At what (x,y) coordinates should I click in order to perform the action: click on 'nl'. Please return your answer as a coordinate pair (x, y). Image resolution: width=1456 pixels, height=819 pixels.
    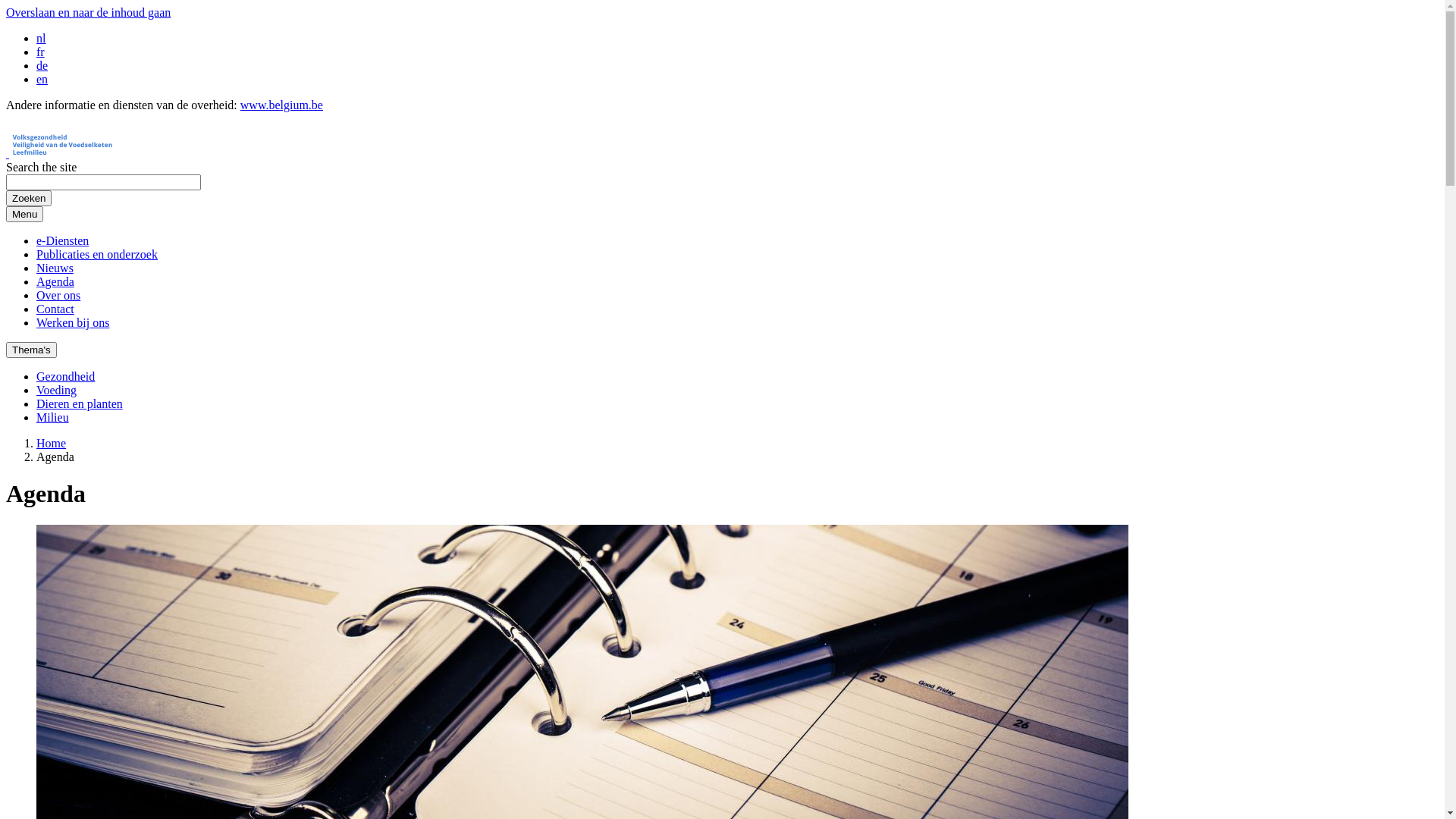
    Looking at the image, I should click on (40, 37).